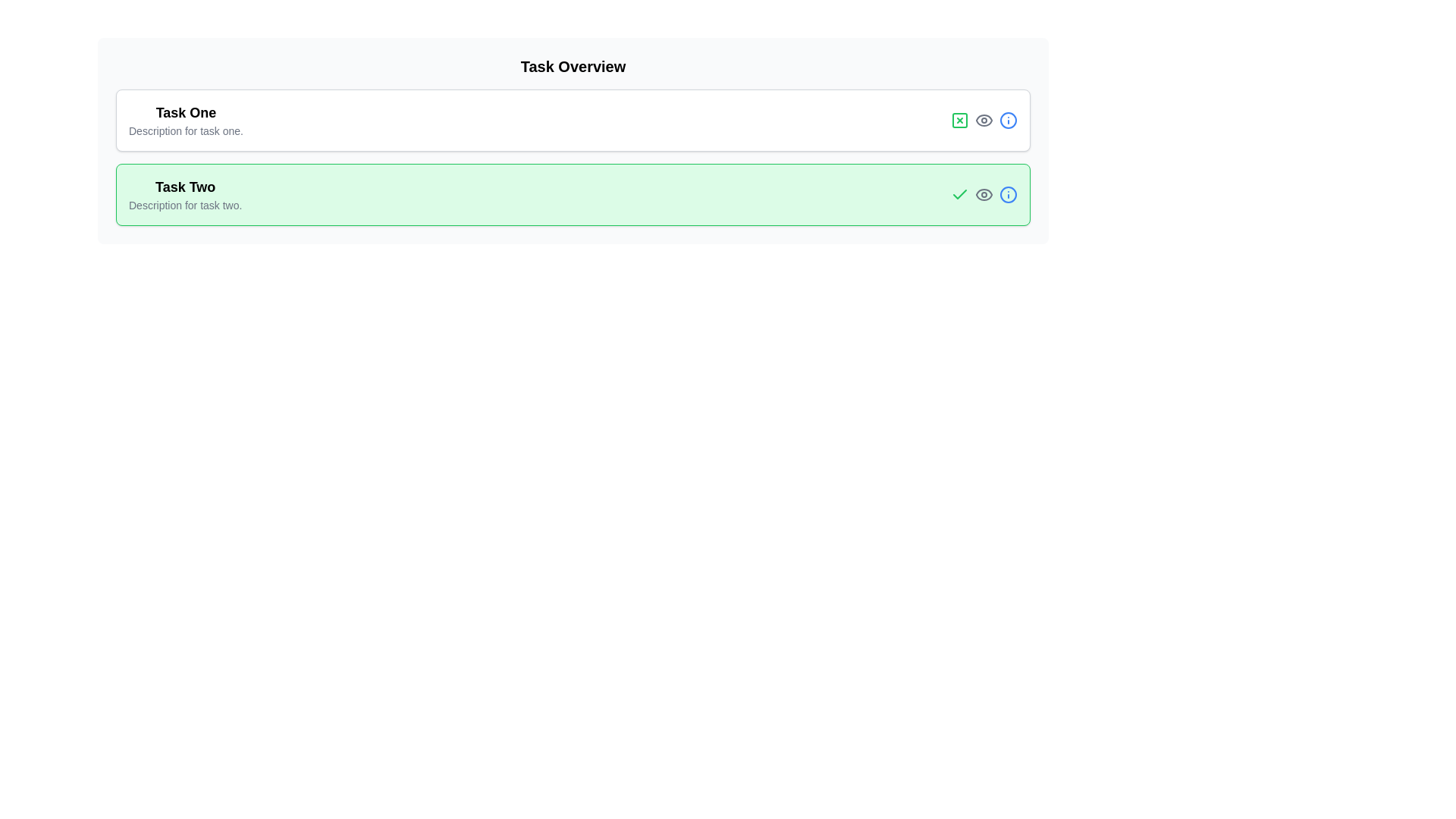  I want to click on the circular graphical component within the second task card, located next to the 'information' icon, so click(1008, 119).